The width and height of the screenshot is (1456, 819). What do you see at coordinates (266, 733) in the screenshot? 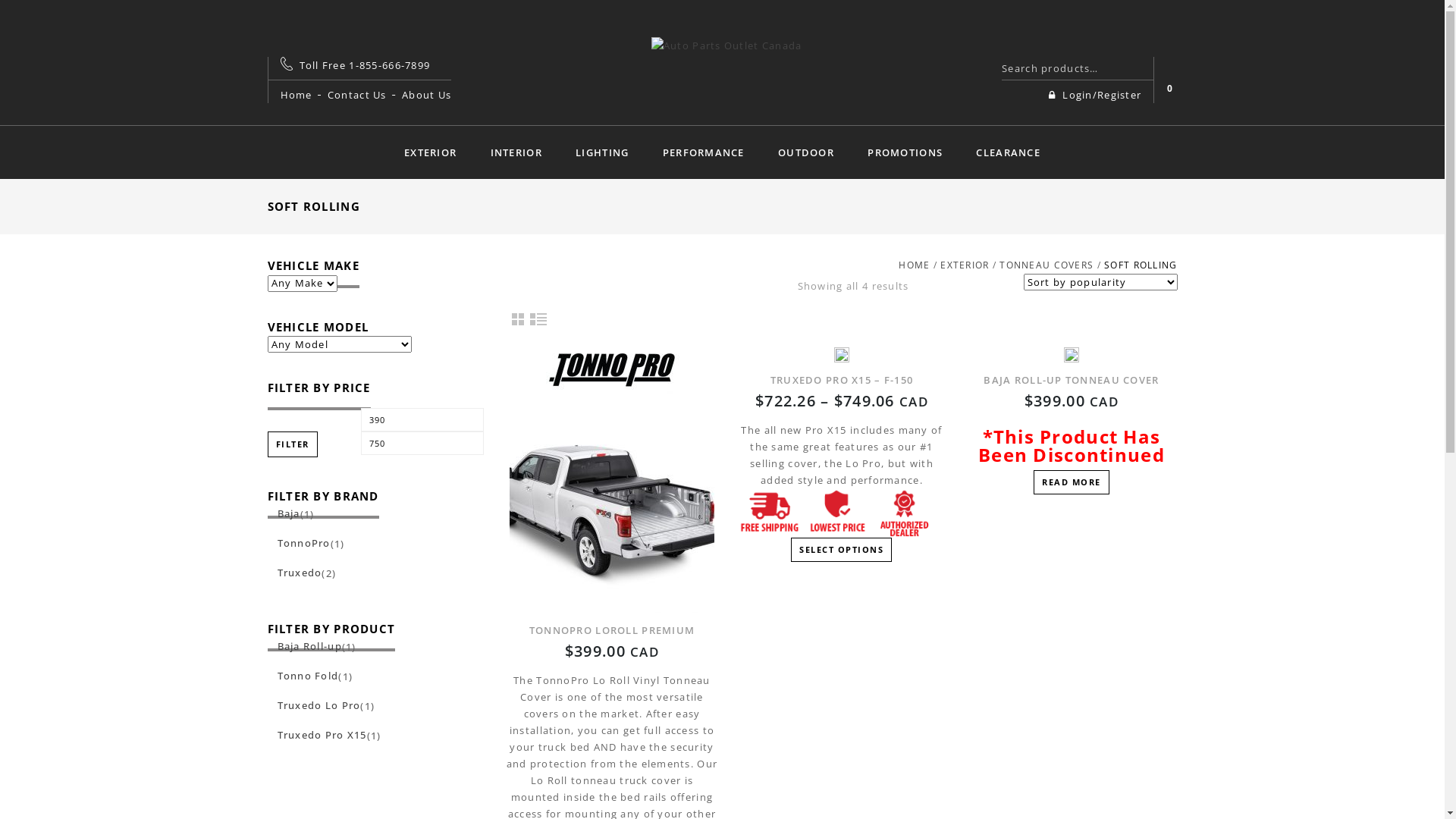
I see `'Truxedo Pro X15'` at bounding box center [266, 733].